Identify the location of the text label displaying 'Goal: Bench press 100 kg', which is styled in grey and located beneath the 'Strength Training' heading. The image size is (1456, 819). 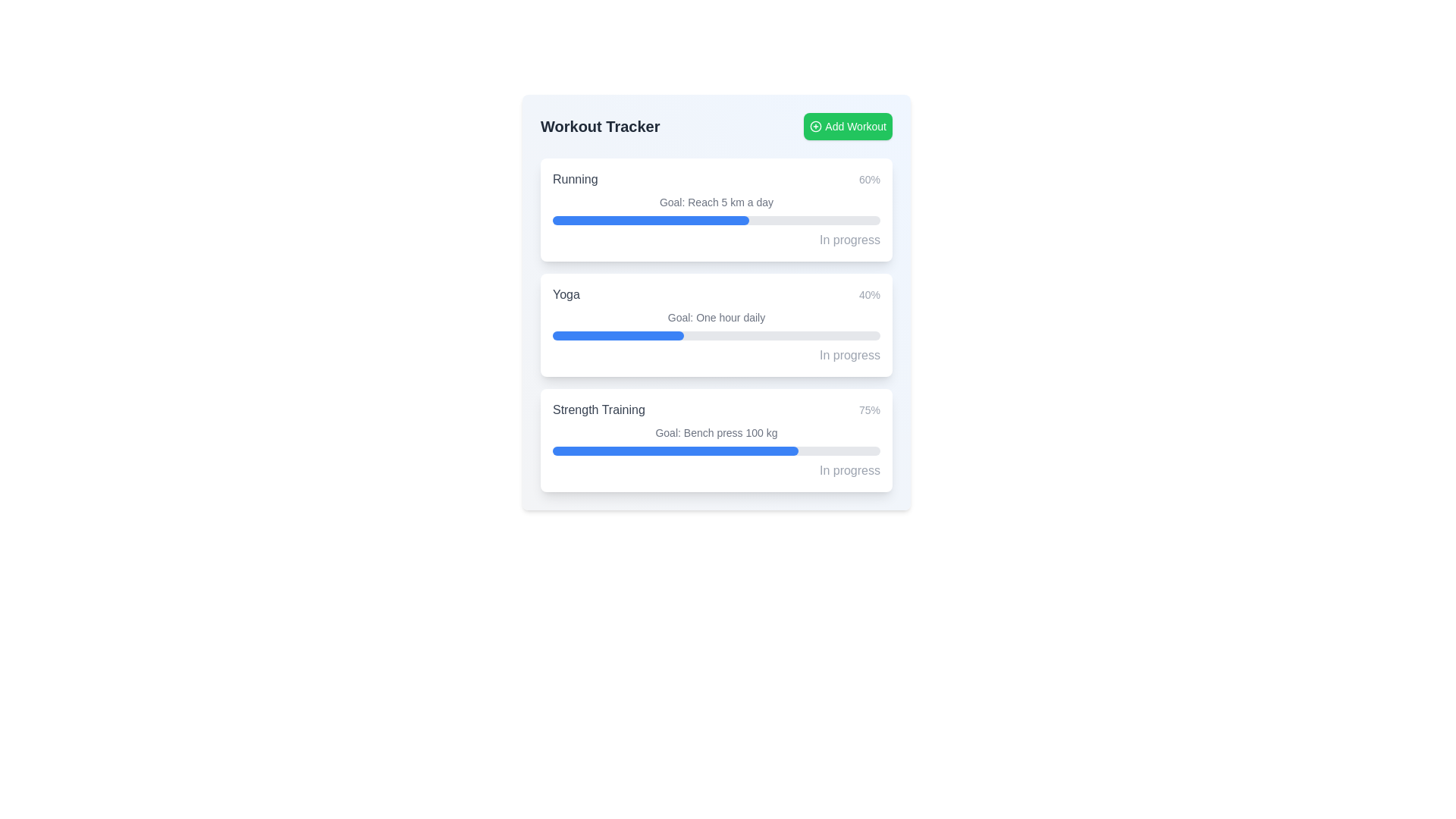
(716, 432).